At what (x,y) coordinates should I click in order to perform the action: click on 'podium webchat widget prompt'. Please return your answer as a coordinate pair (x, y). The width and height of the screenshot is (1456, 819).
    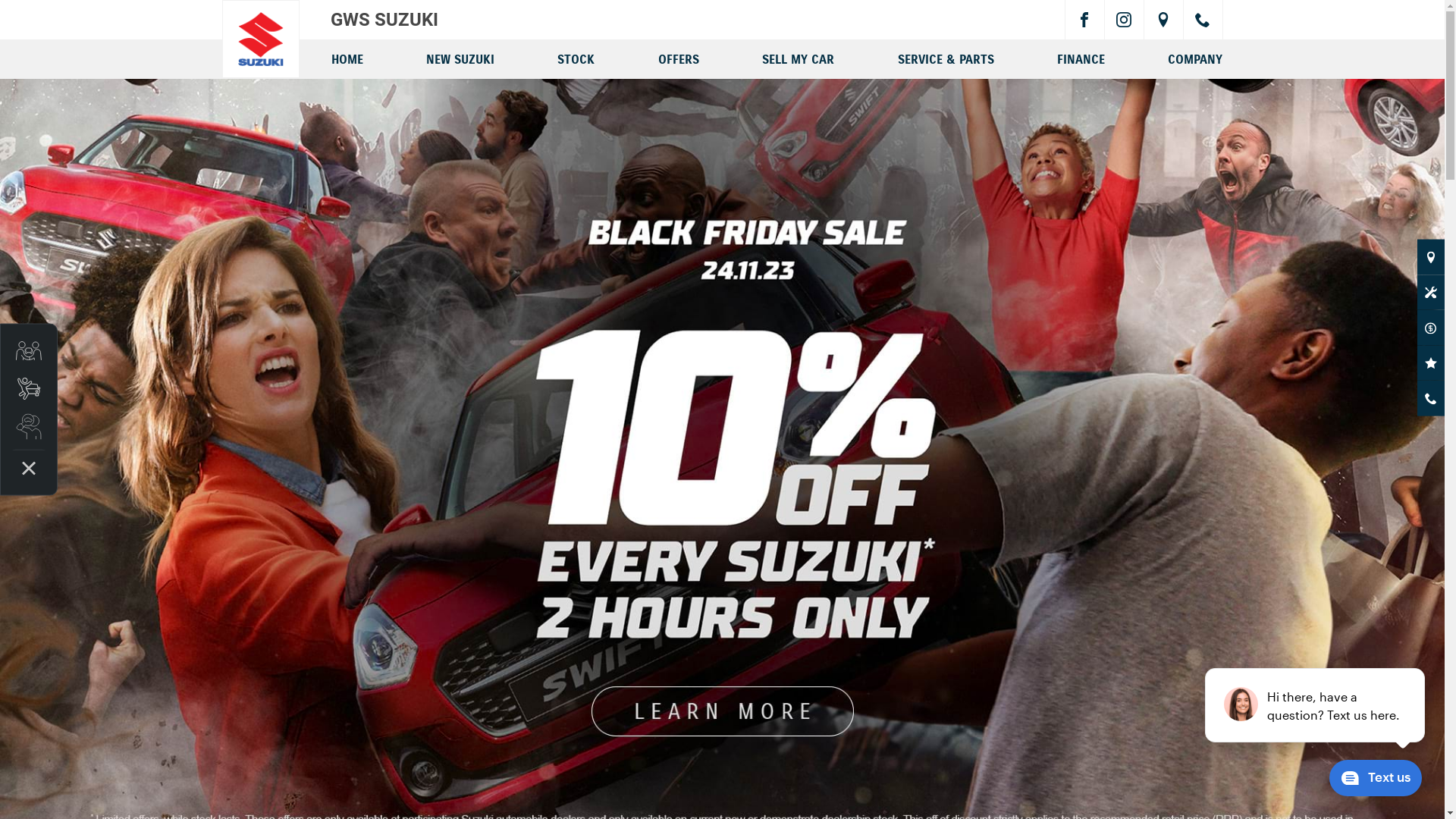
    Looking at the image, I should click on (1314, 704).